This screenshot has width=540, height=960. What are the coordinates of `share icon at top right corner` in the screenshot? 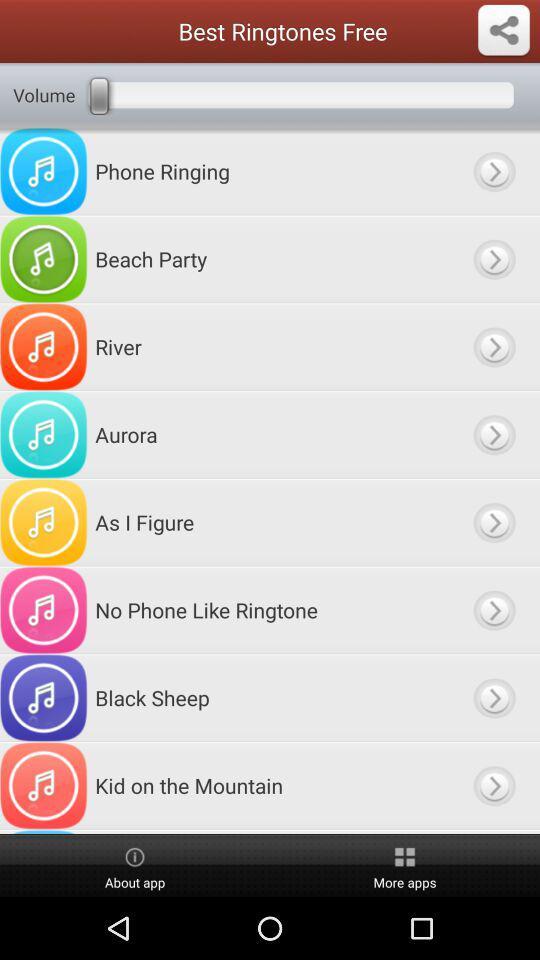 It's located at (502, 30).